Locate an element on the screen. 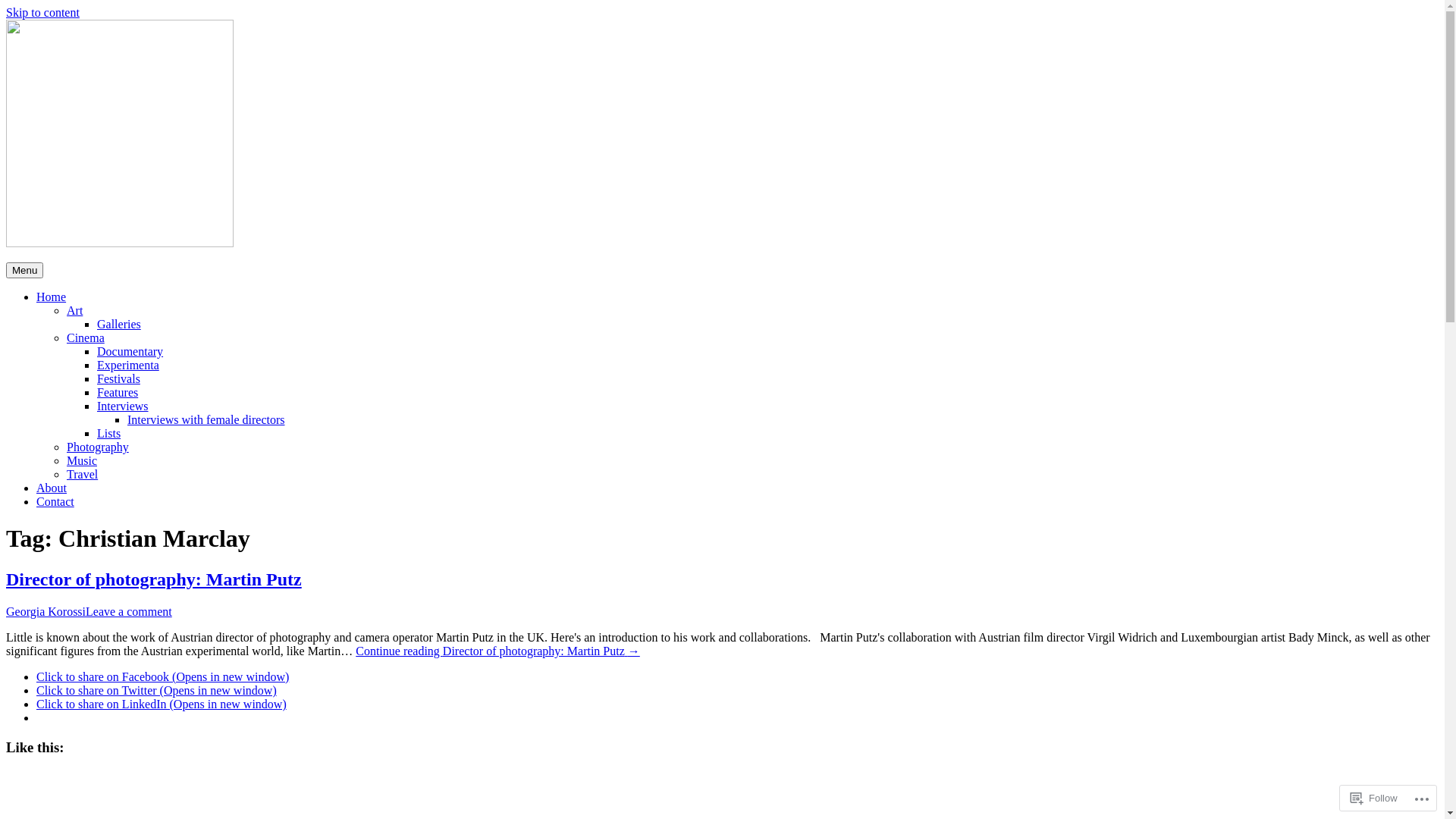 This screenshot has width=1456, height=819. 'About' is located at coordinates (51, 488).